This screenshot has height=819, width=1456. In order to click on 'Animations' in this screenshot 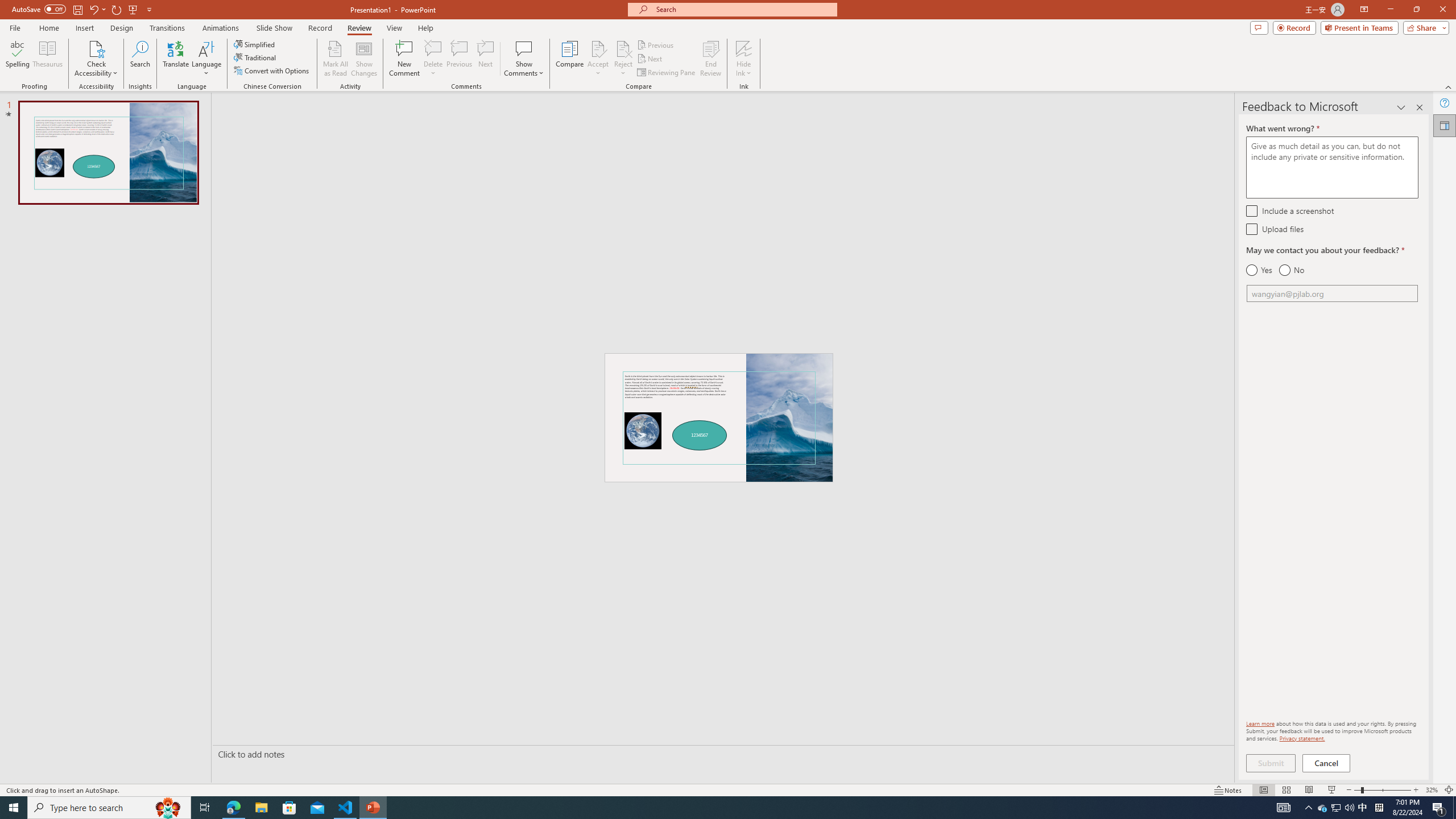, I will do `click(220, 28)`.